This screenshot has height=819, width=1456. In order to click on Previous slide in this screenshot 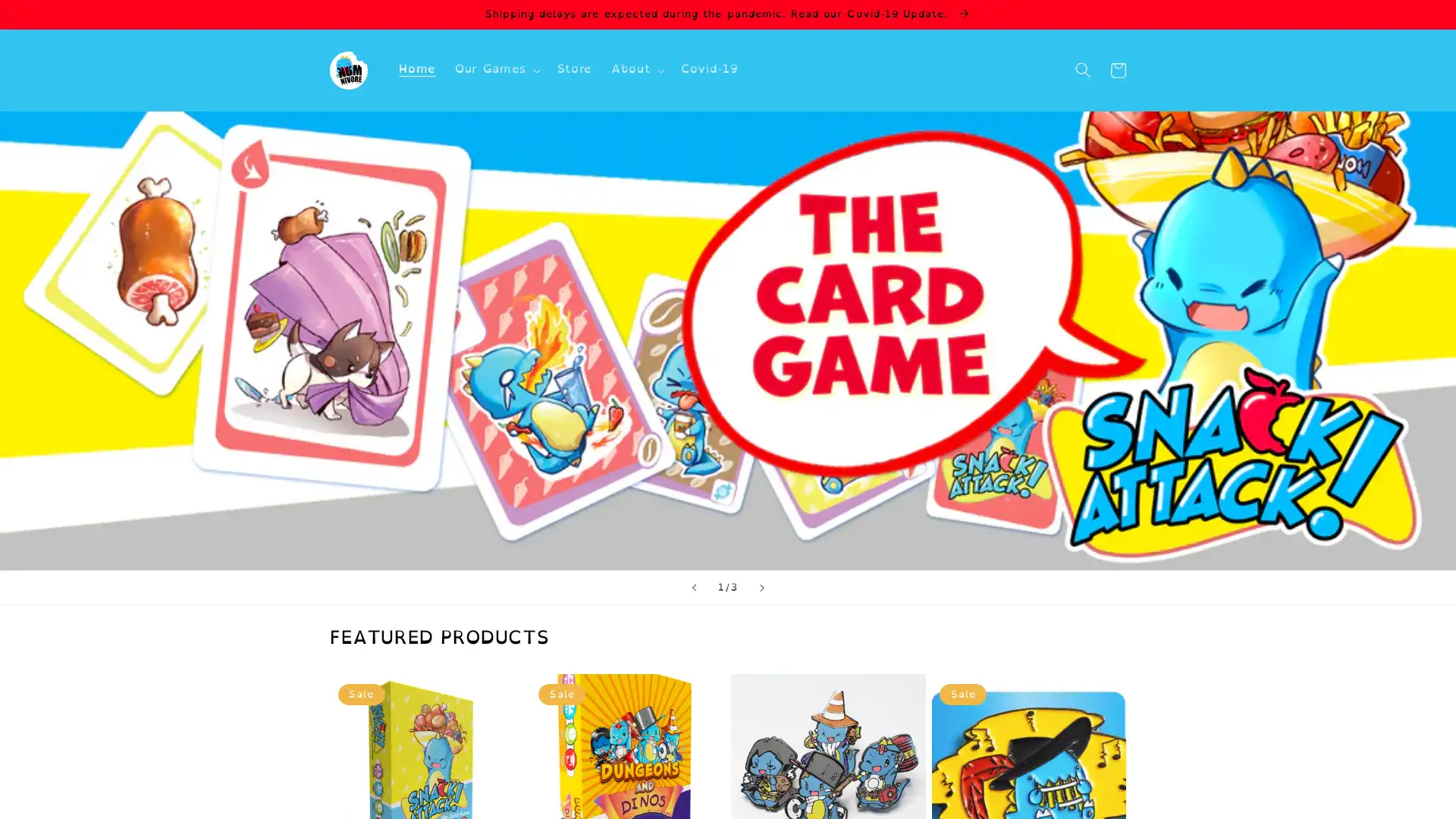, I will do `click(692, 587)`.